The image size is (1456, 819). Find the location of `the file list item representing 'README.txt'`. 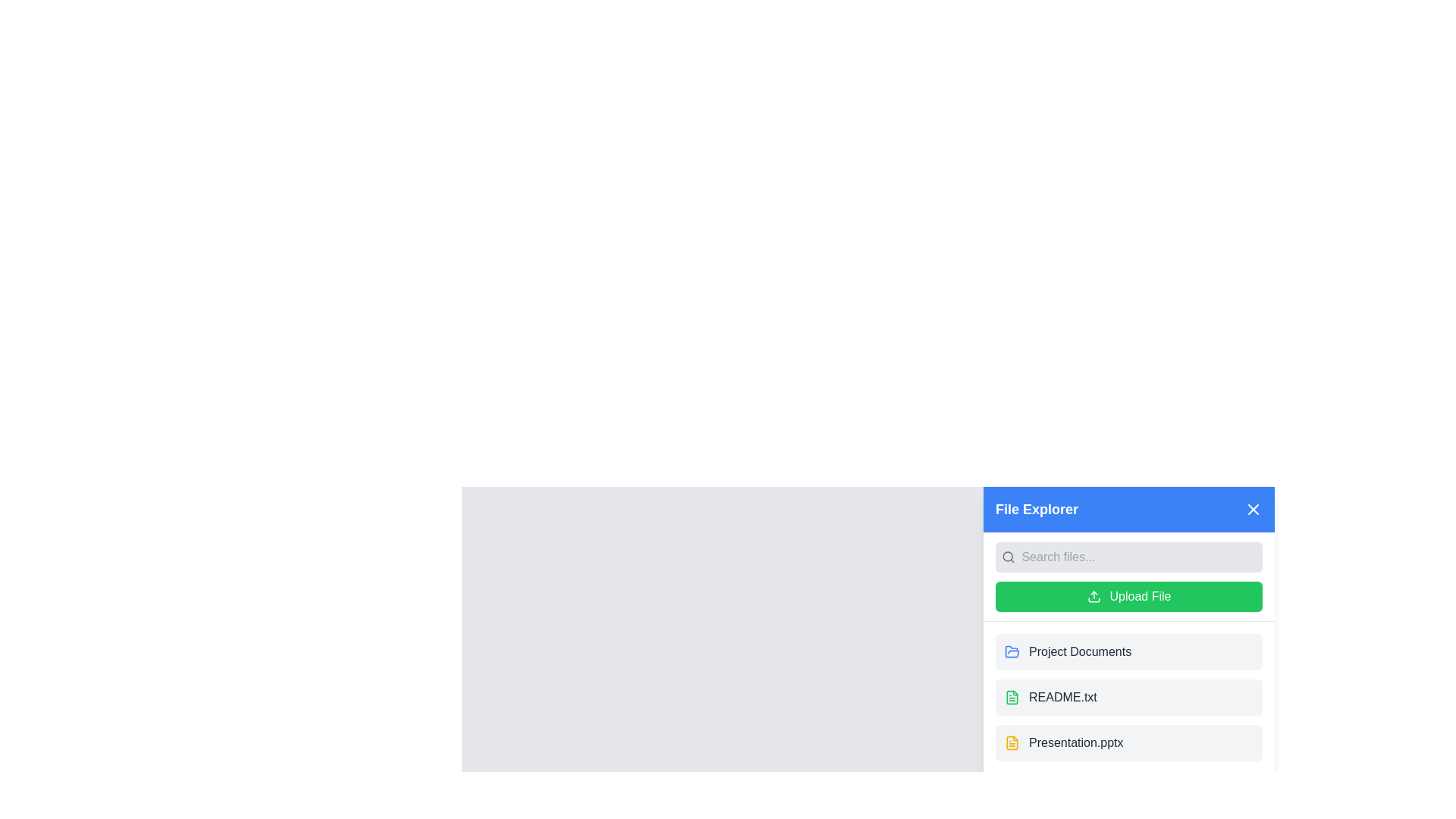

the file list item representing 'README.txt' is located at coordinates (1128, 698).